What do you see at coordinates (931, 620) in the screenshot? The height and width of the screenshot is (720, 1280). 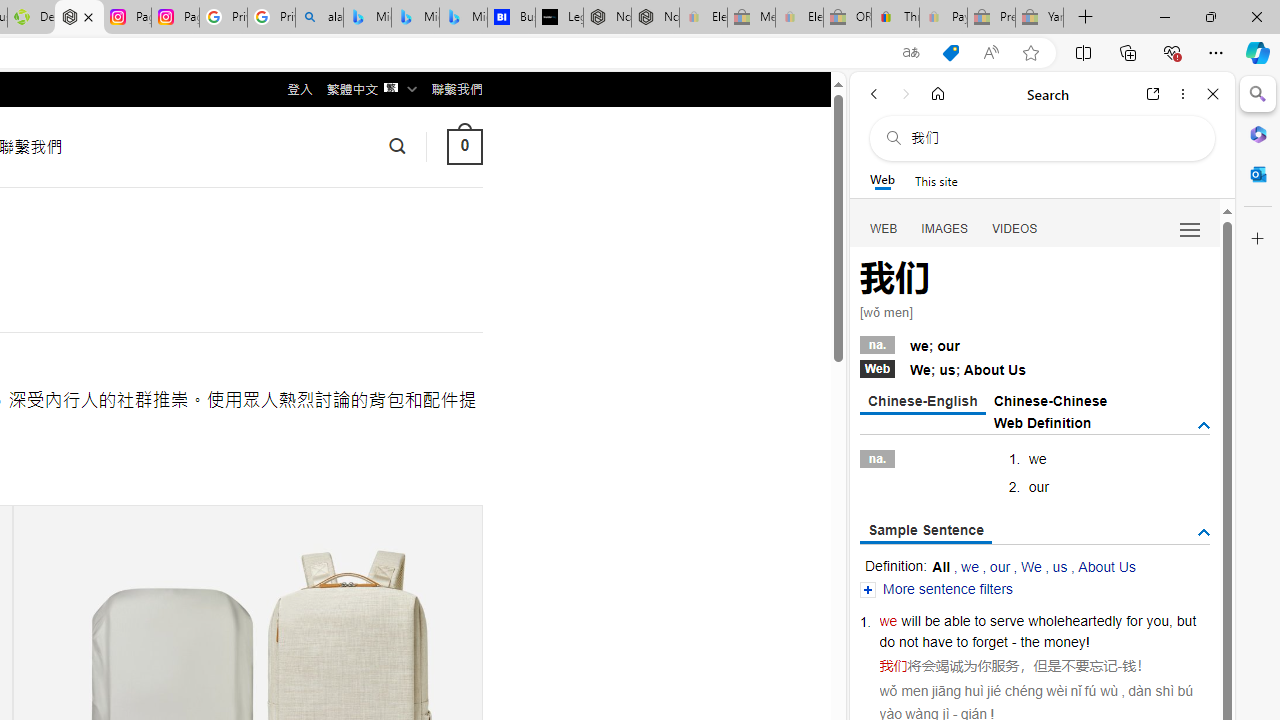 I see `'be'` at bounding box center [931, 620].